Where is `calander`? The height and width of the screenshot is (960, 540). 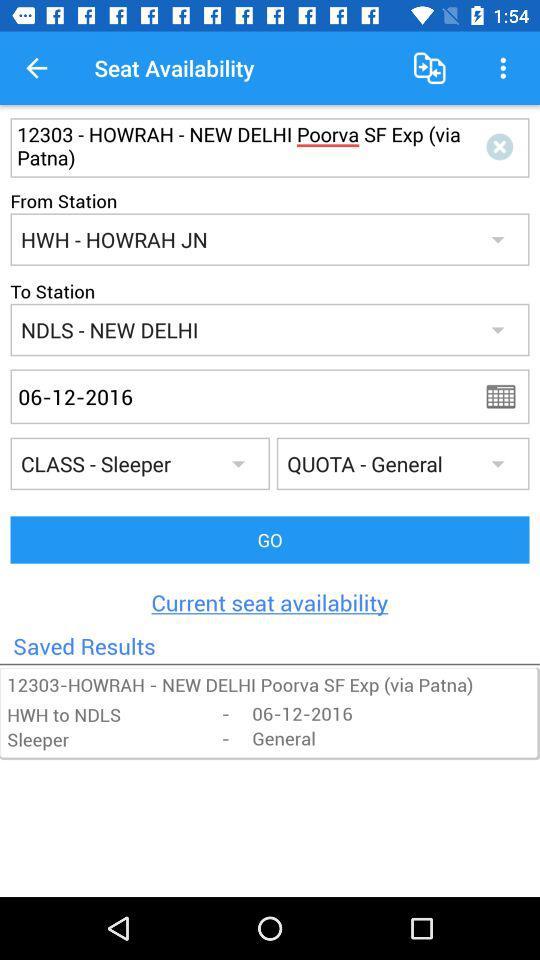 calander is located at coordinates (507, 395).